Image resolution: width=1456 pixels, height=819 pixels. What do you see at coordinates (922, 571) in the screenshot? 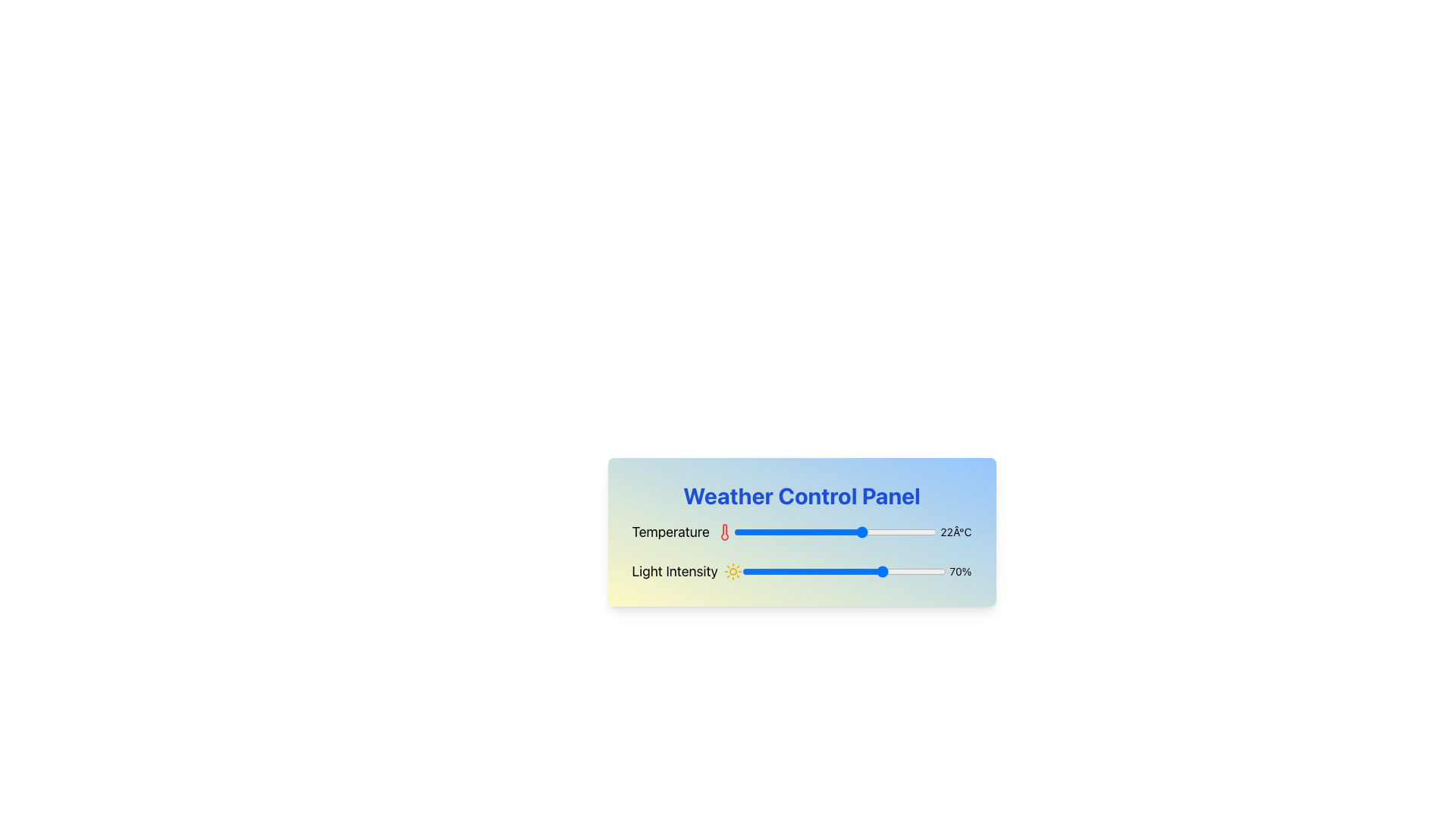
I see `light intensity` at bounding box center [922, 571].